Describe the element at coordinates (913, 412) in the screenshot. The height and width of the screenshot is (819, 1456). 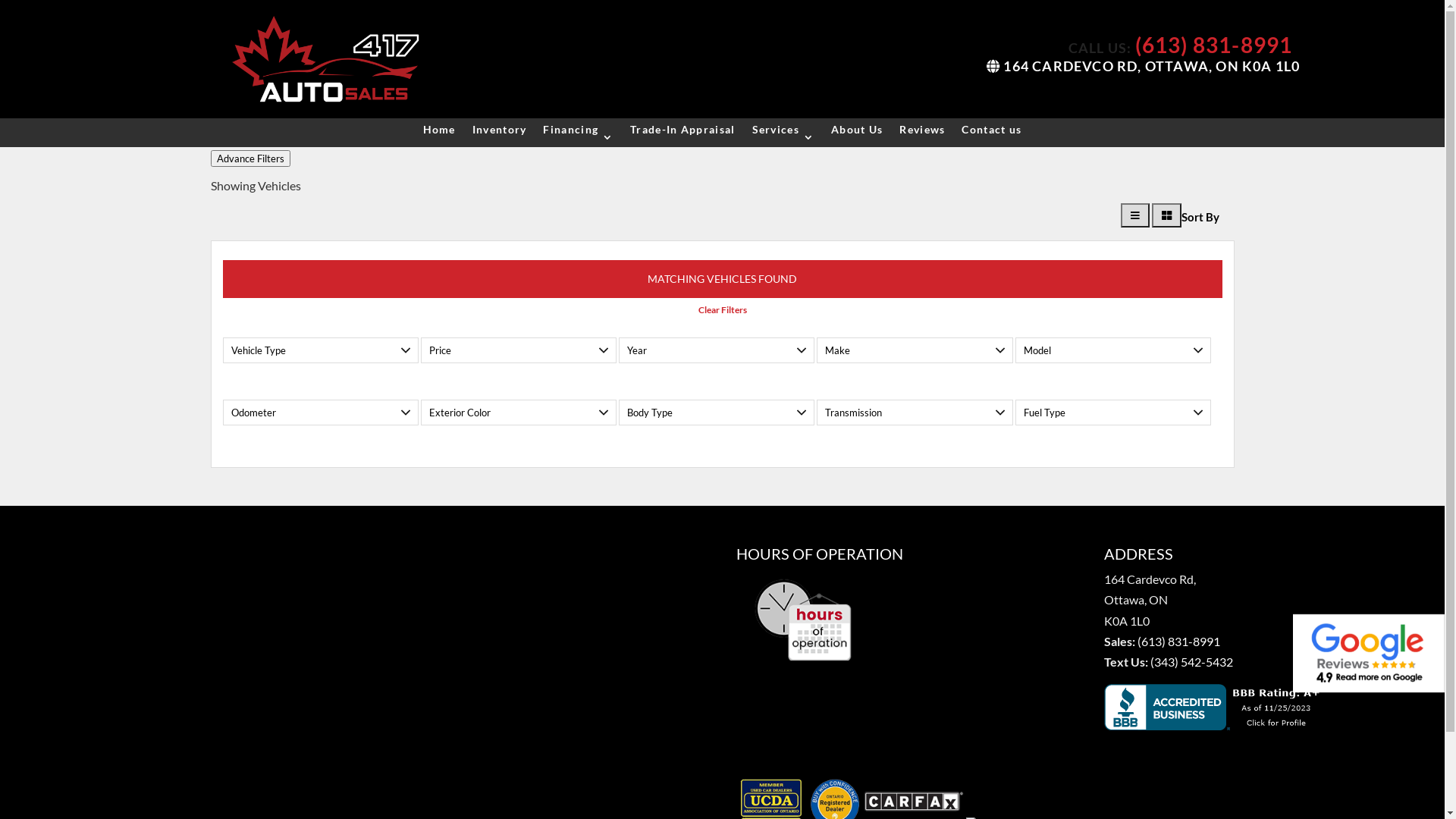
I see `'Transmission'` at that location.